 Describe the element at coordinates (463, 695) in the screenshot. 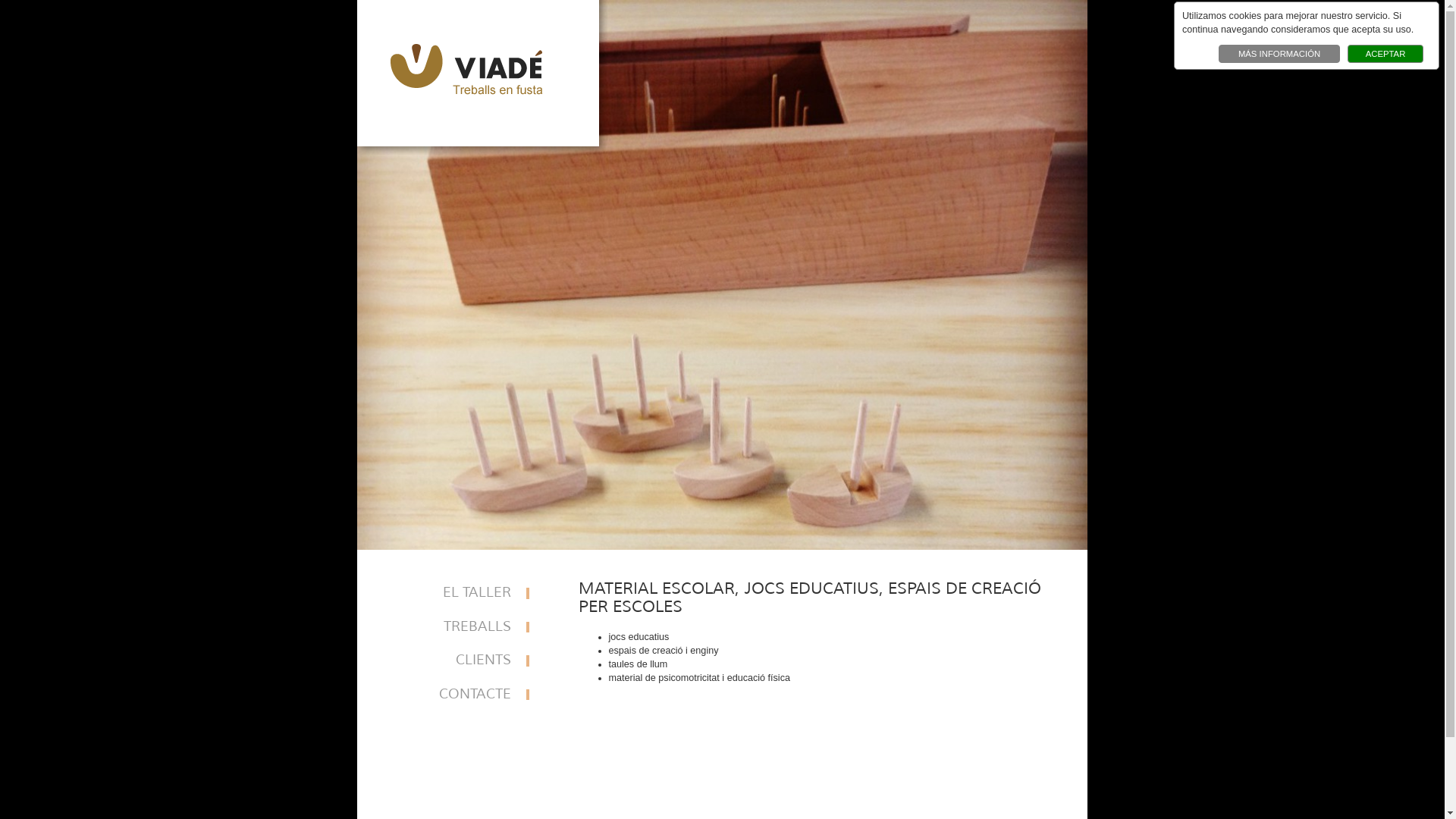

I see `'CONTACTE'` at that location.